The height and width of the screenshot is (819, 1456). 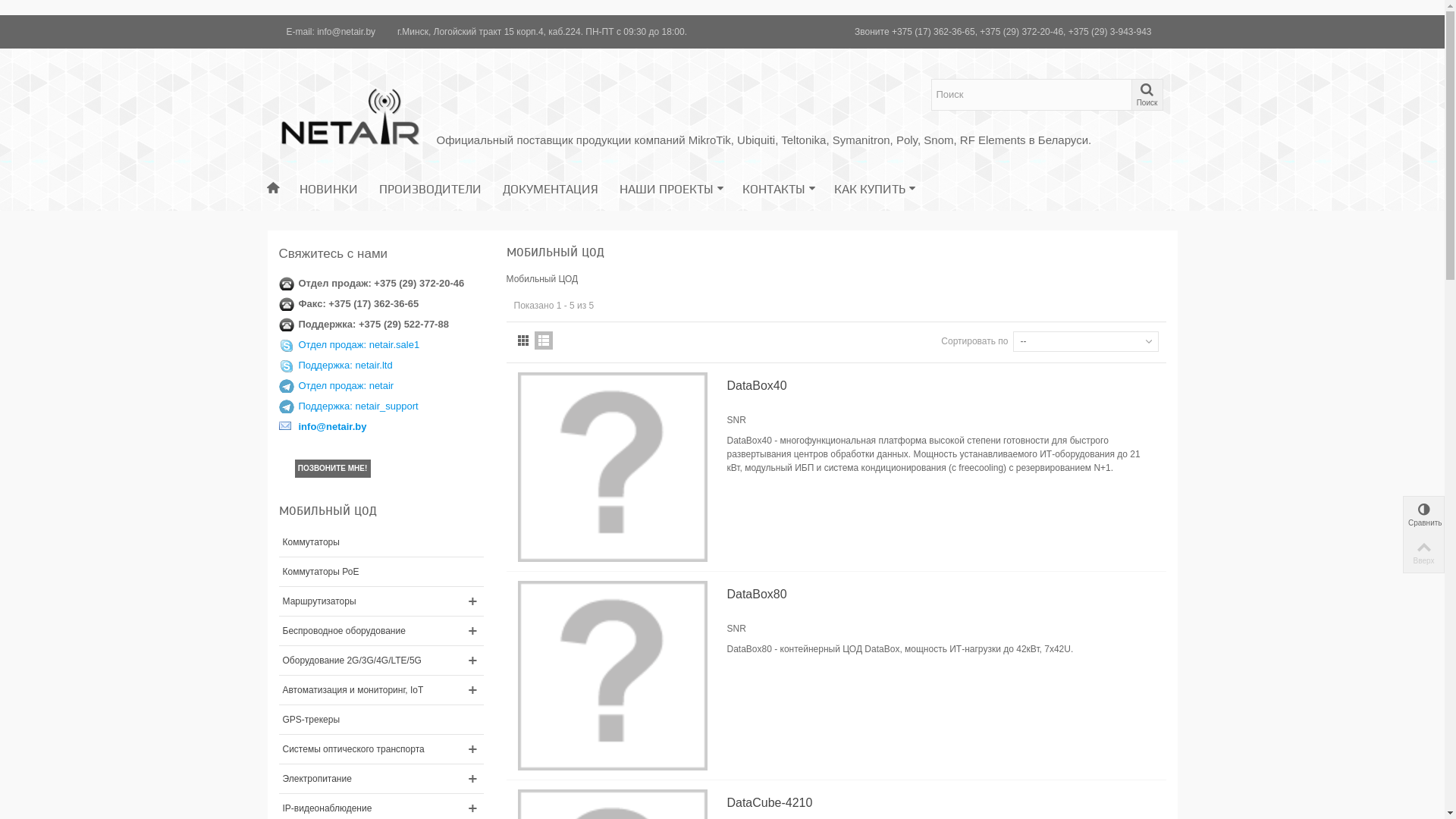 I want to click on 'E-mail: info@netair.by', so click(x=277, y=32).